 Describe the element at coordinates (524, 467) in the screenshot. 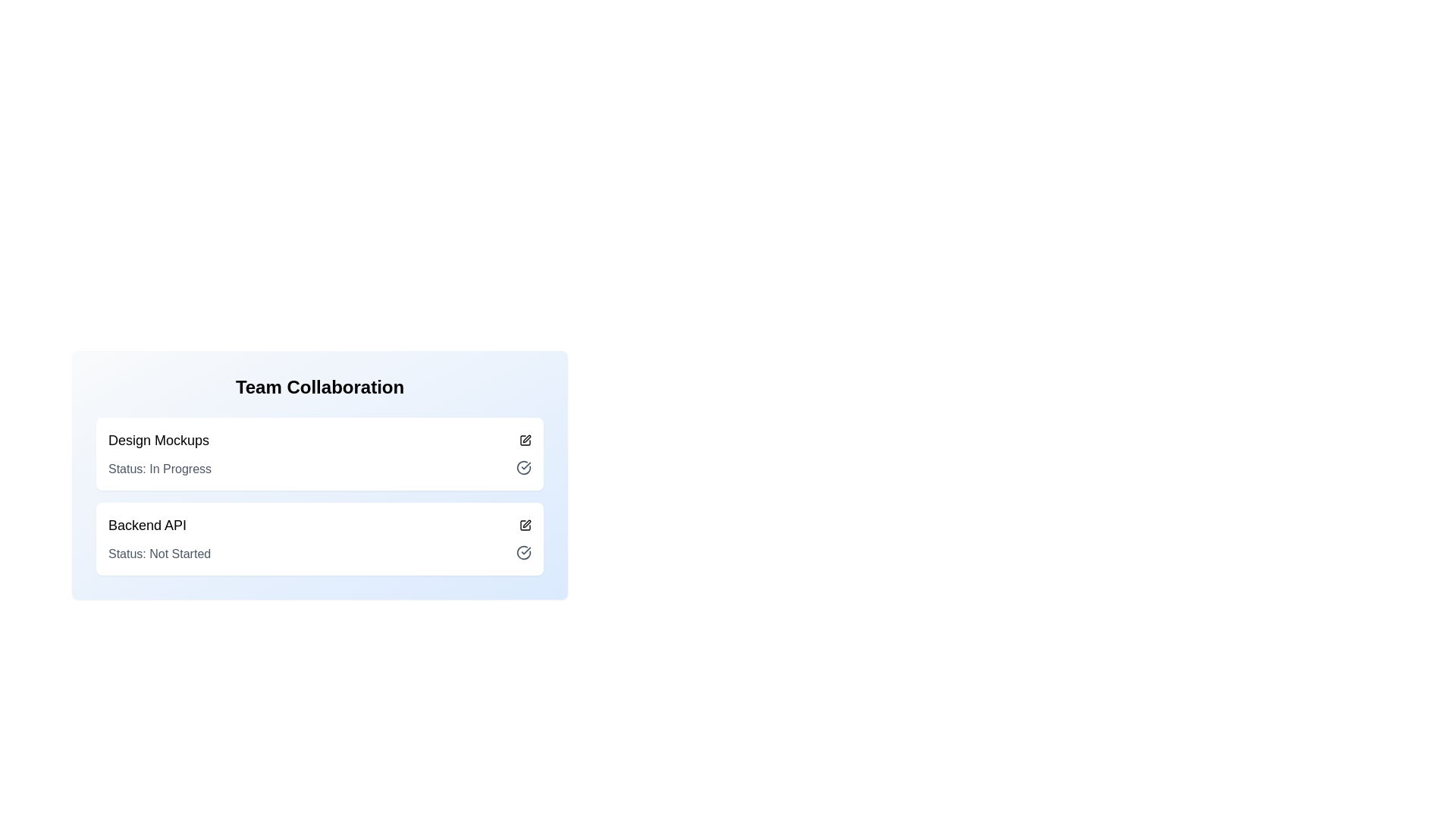

I see `the graphical icon component representing the status indicator for the task 'Design Mockups', located next to the text 'Status: In Progress'` at that location.